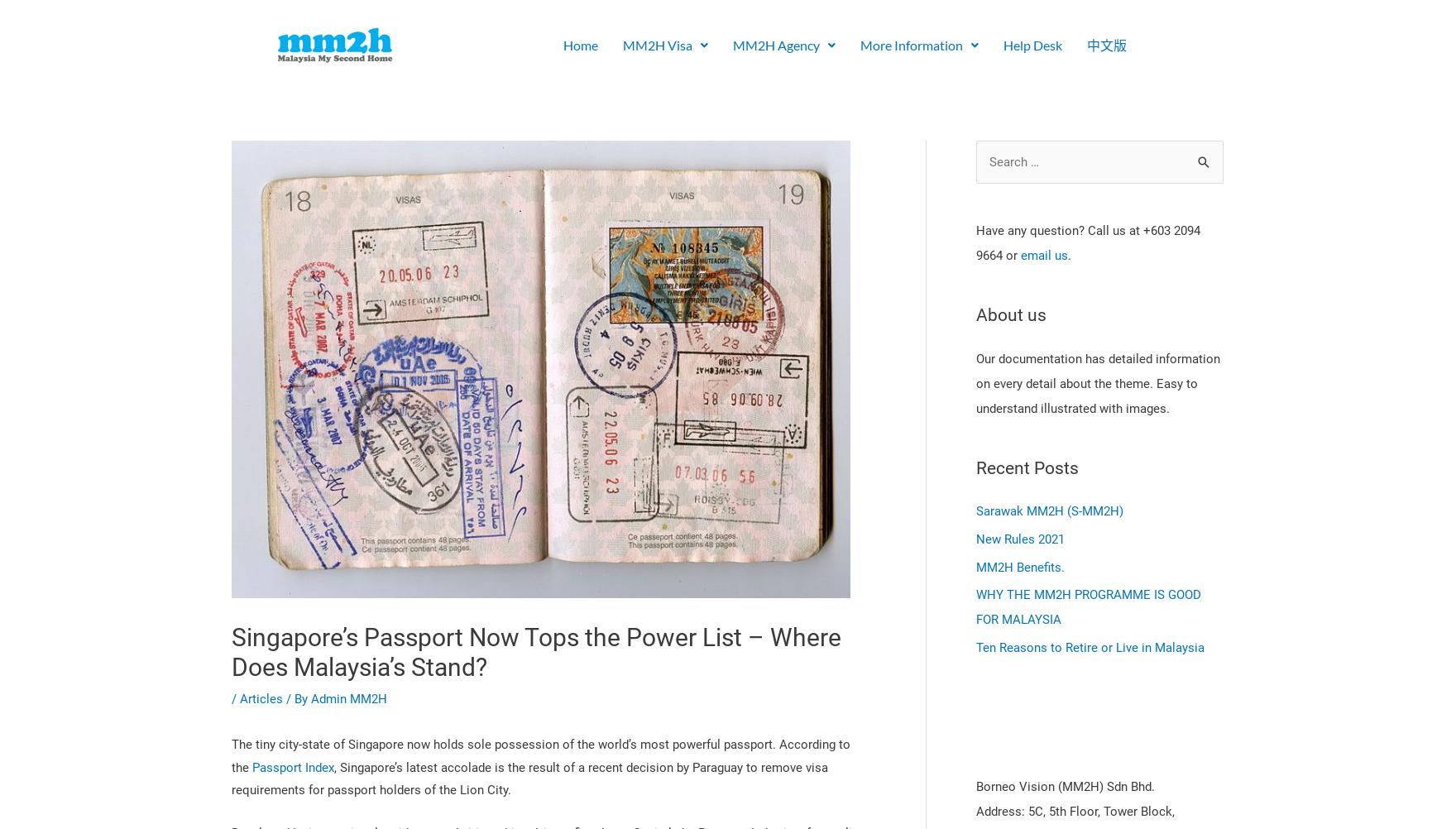 This screenshot has height=829, width=1456. I want to click on 'Borneo Vision (MM2H) Sdn Bhd.', so click(1064, 785).